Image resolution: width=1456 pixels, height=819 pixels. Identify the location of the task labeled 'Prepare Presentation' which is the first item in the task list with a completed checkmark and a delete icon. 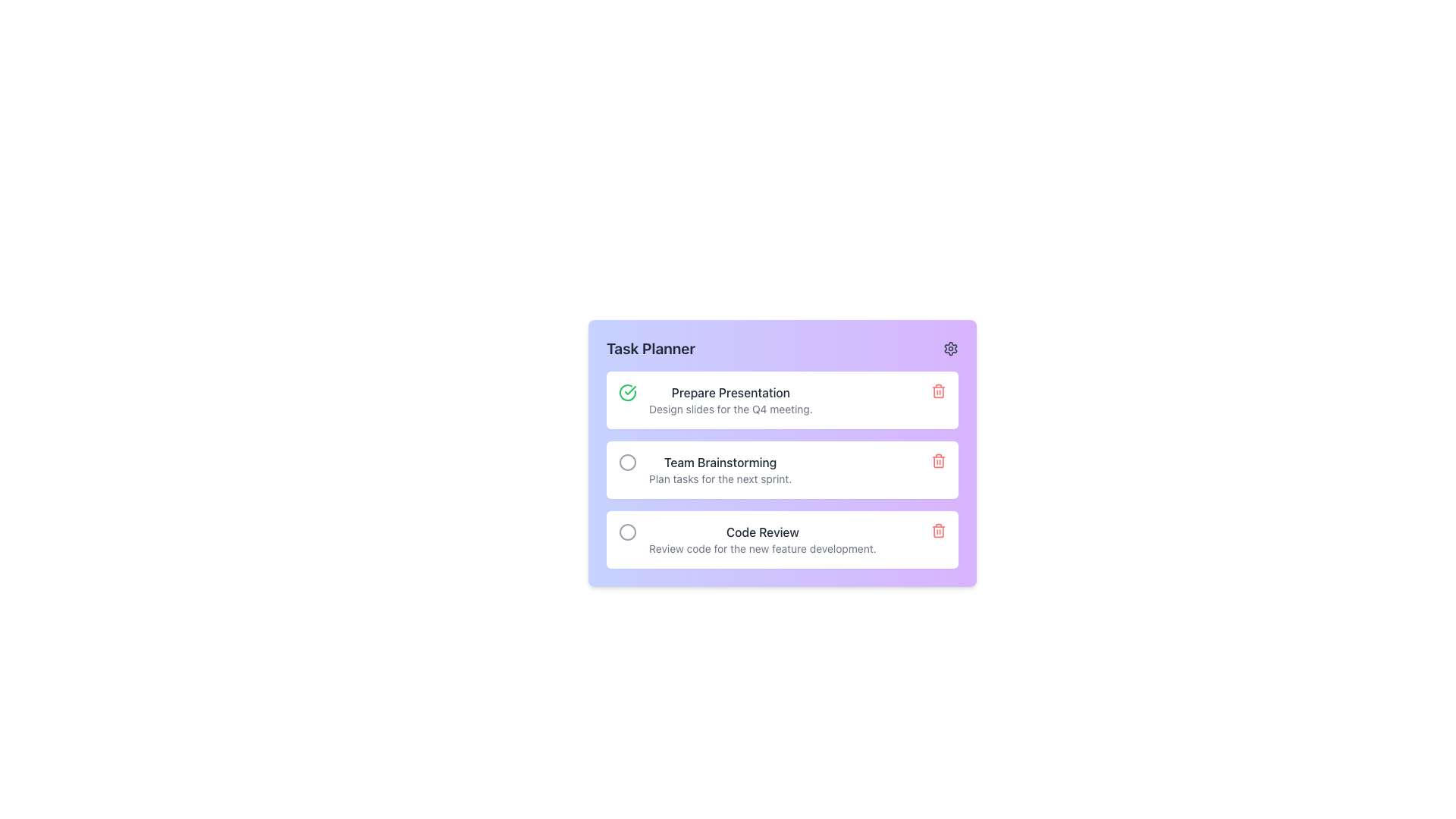
(730, 400).